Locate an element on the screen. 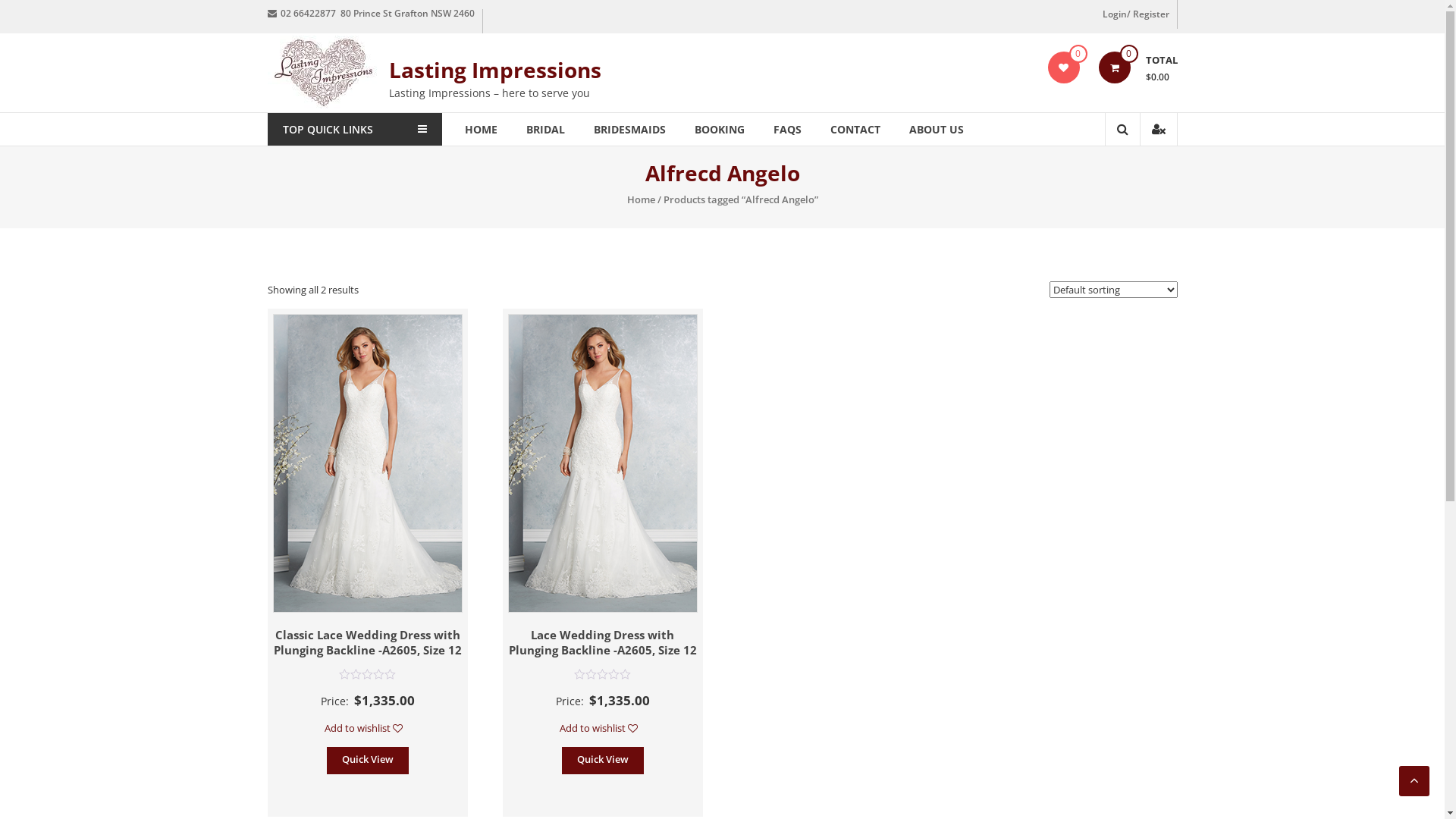  'Home' is located at coordinates (640, 198).